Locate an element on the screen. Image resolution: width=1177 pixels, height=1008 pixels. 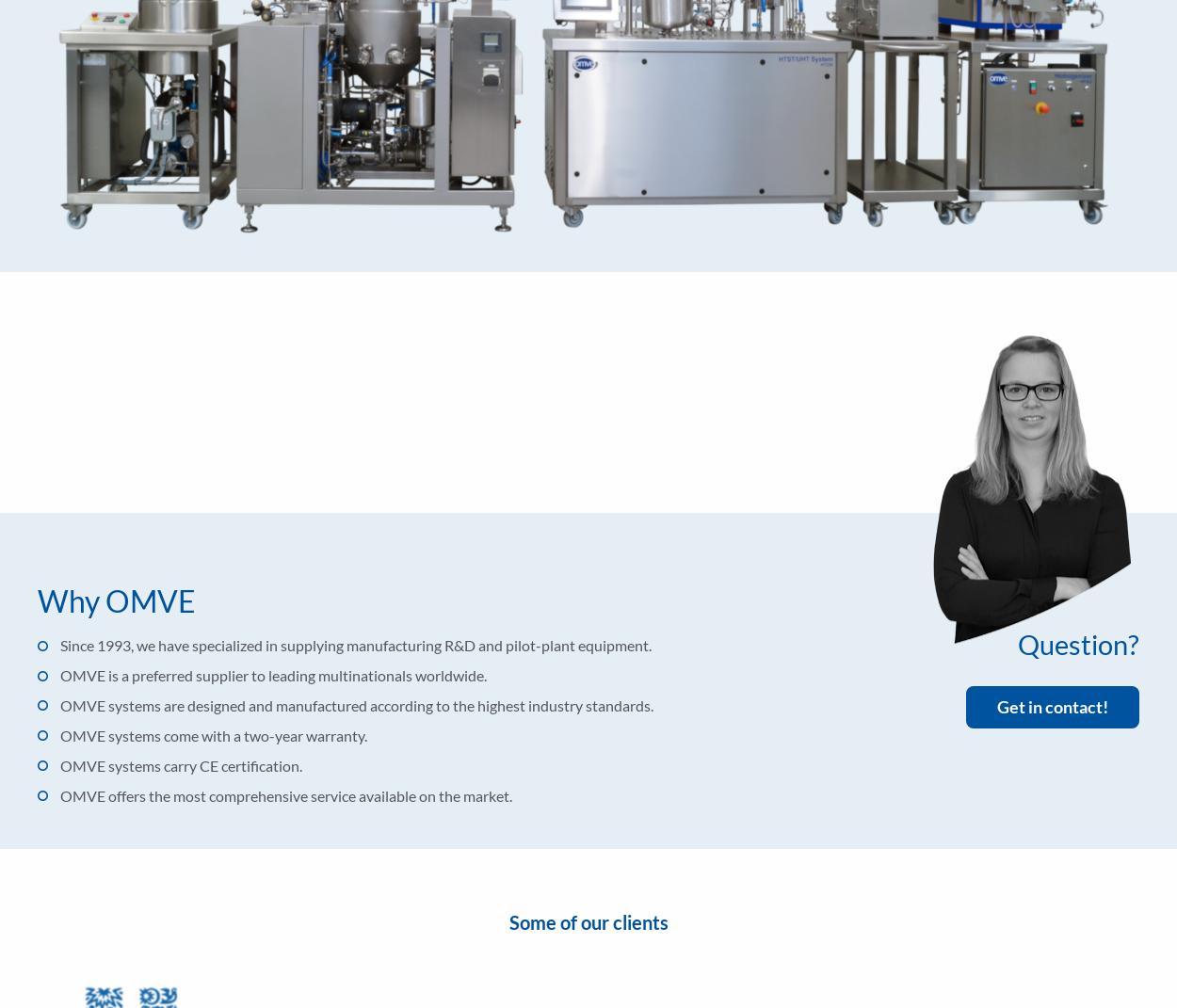
'OMVE systems carry CE certification.' is located at coordinates (180, 764).